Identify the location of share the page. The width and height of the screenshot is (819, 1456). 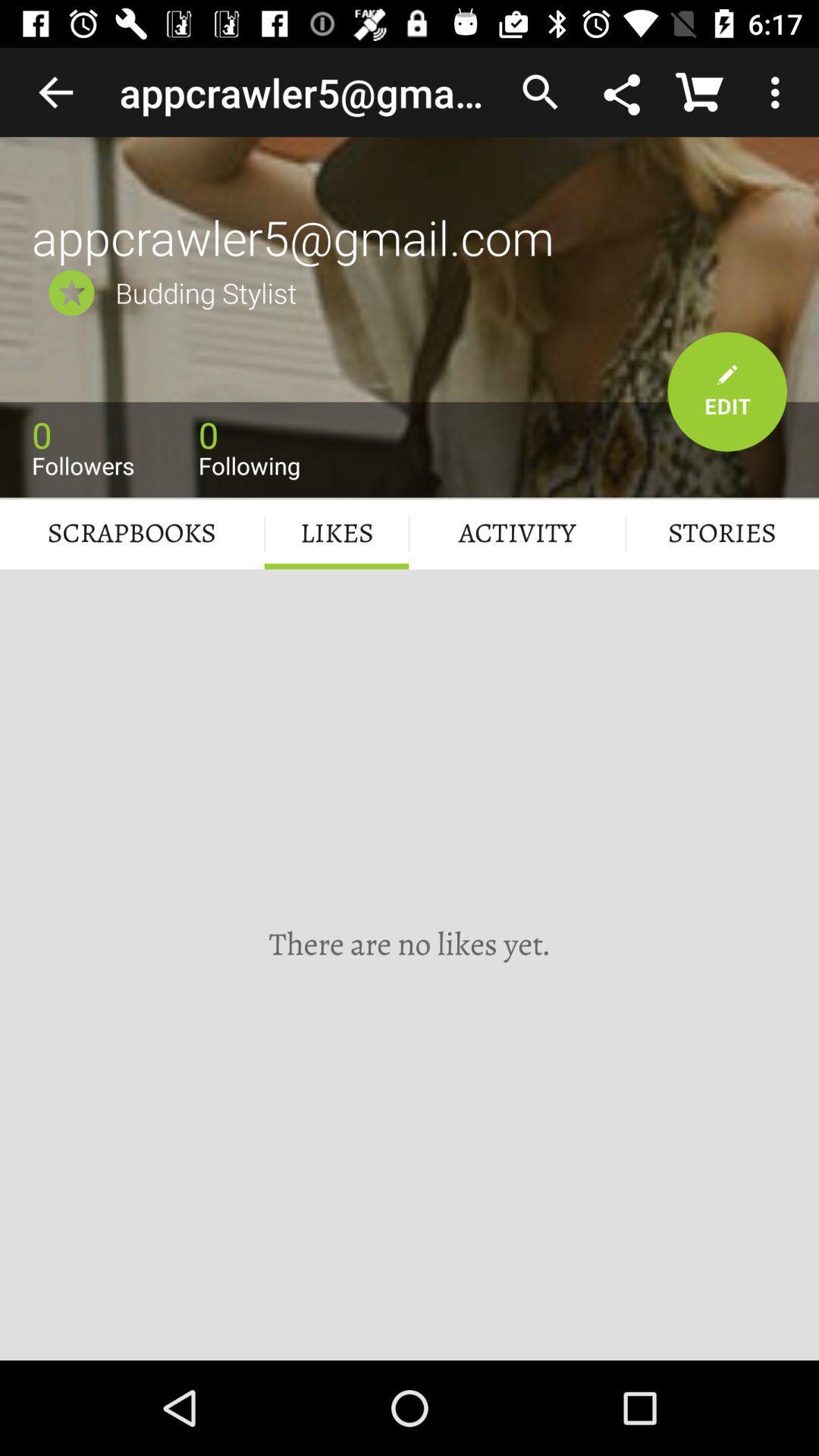
(623, 91).